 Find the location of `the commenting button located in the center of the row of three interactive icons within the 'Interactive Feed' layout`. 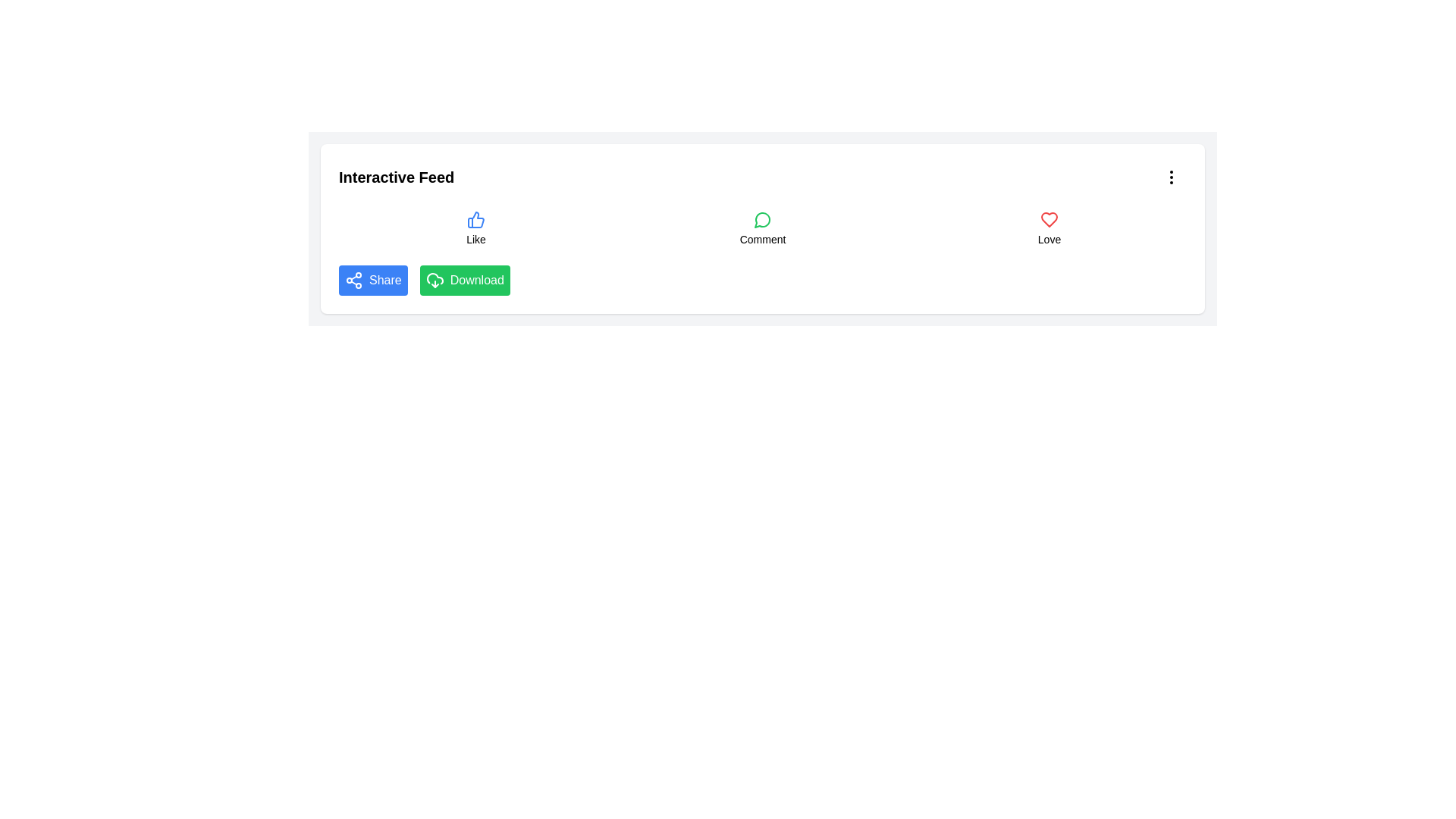

the commenting button located in the center of the row of three interactive icons within the 'Interactive Feed' layout is located at coordinates (763, 228).